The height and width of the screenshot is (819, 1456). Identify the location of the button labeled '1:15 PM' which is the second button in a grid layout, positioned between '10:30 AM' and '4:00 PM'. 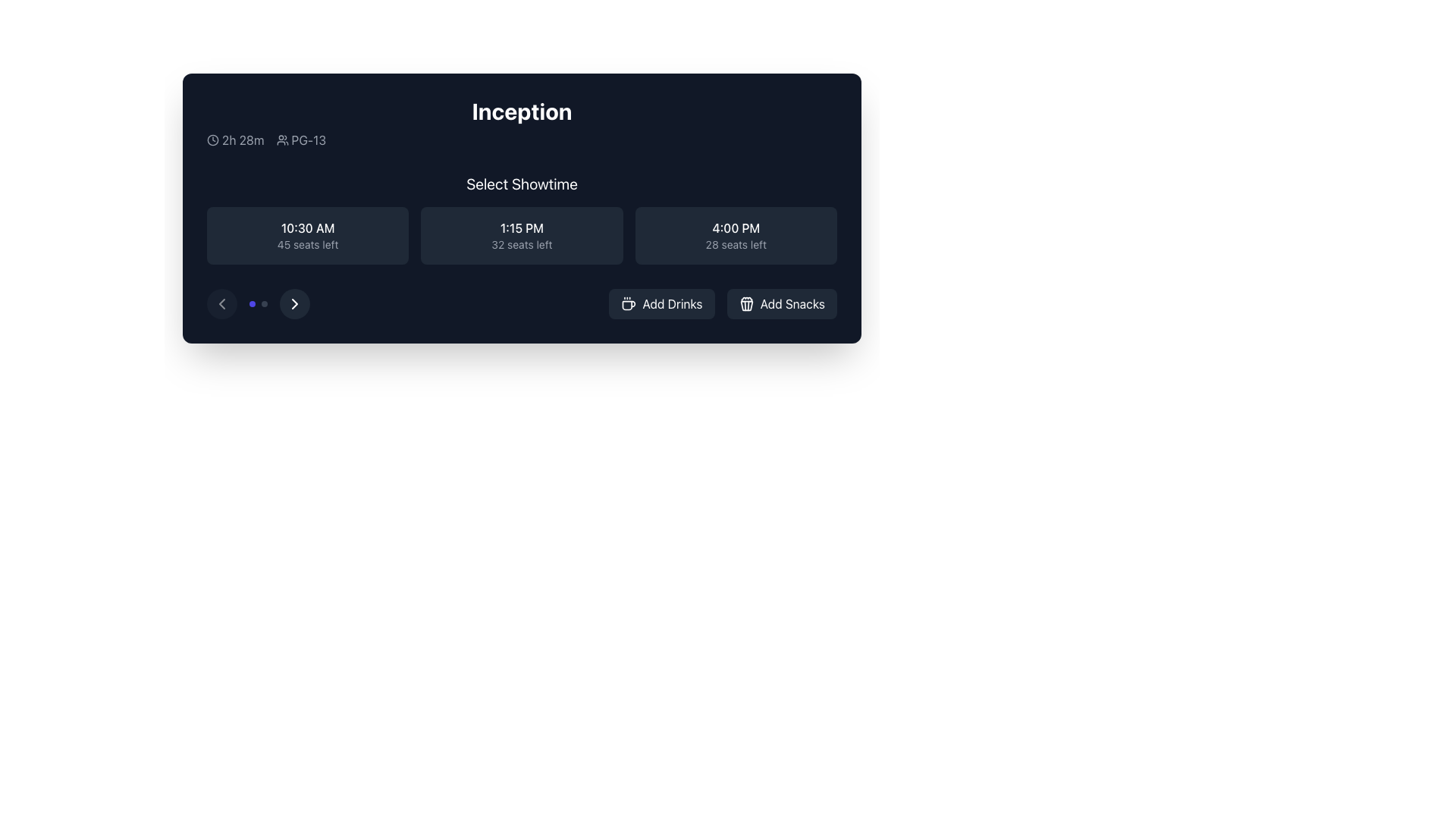
(522, 236).